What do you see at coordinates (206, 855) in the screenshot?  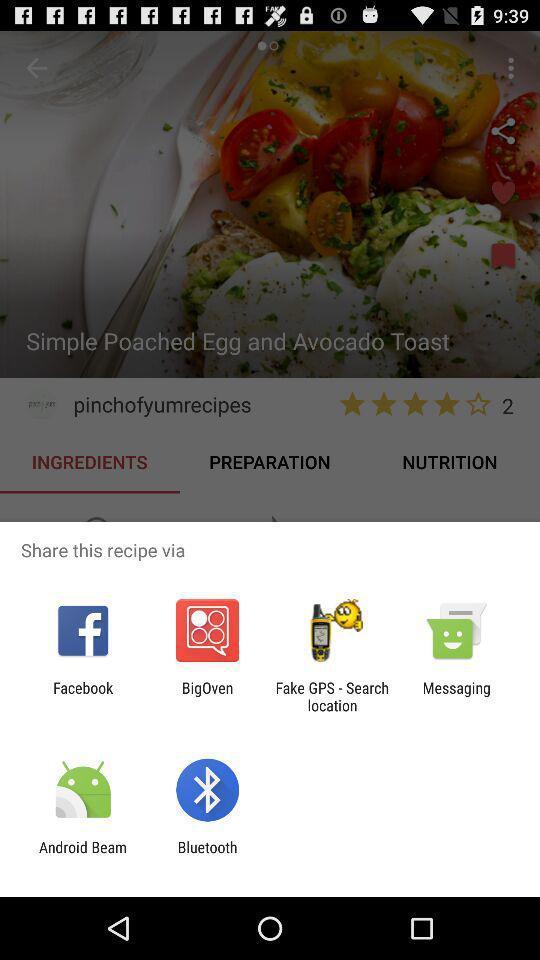 I see `item to the right of android beam icon` at bounding box center [206, 855].